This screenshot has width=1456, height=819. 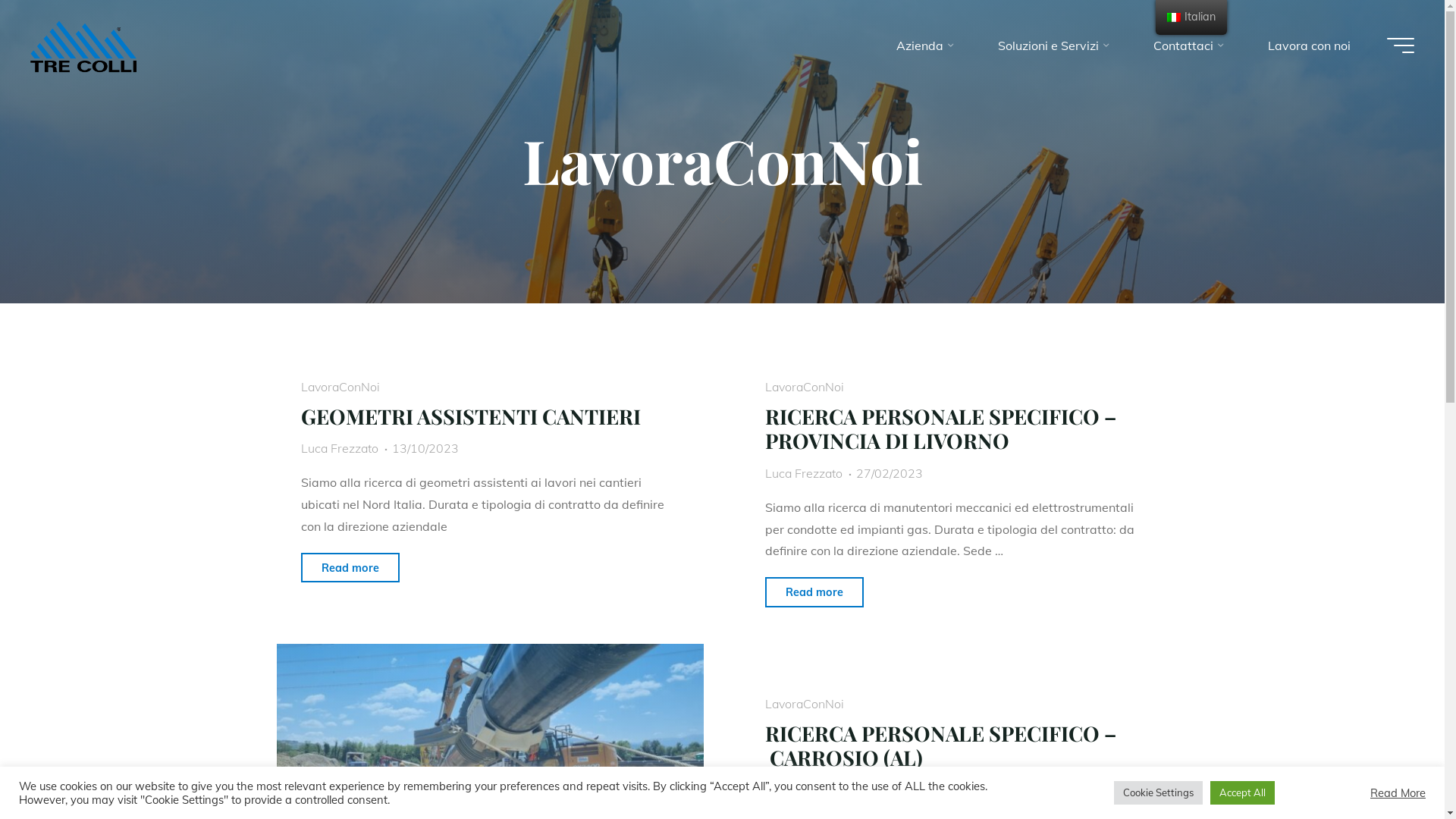 I want to click on 'Luca Frezzato', so click(x=803, y=472).